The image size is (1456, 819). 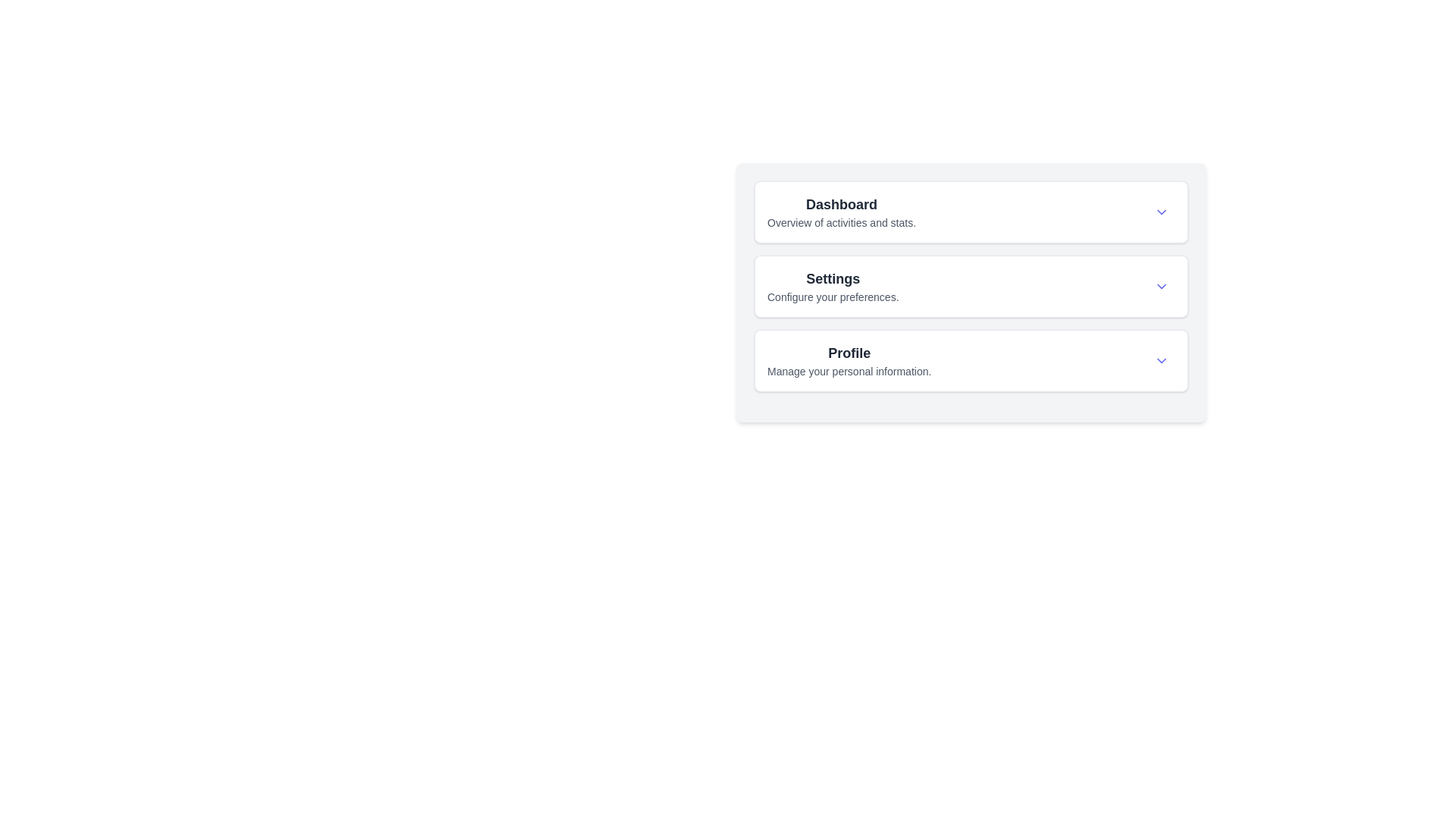 I want to click on the text label that says 'Configure your preferences.' which is styled in small gray font and located below the 'Settings' label in the 'Settings' section, so click(x=832, y=297).